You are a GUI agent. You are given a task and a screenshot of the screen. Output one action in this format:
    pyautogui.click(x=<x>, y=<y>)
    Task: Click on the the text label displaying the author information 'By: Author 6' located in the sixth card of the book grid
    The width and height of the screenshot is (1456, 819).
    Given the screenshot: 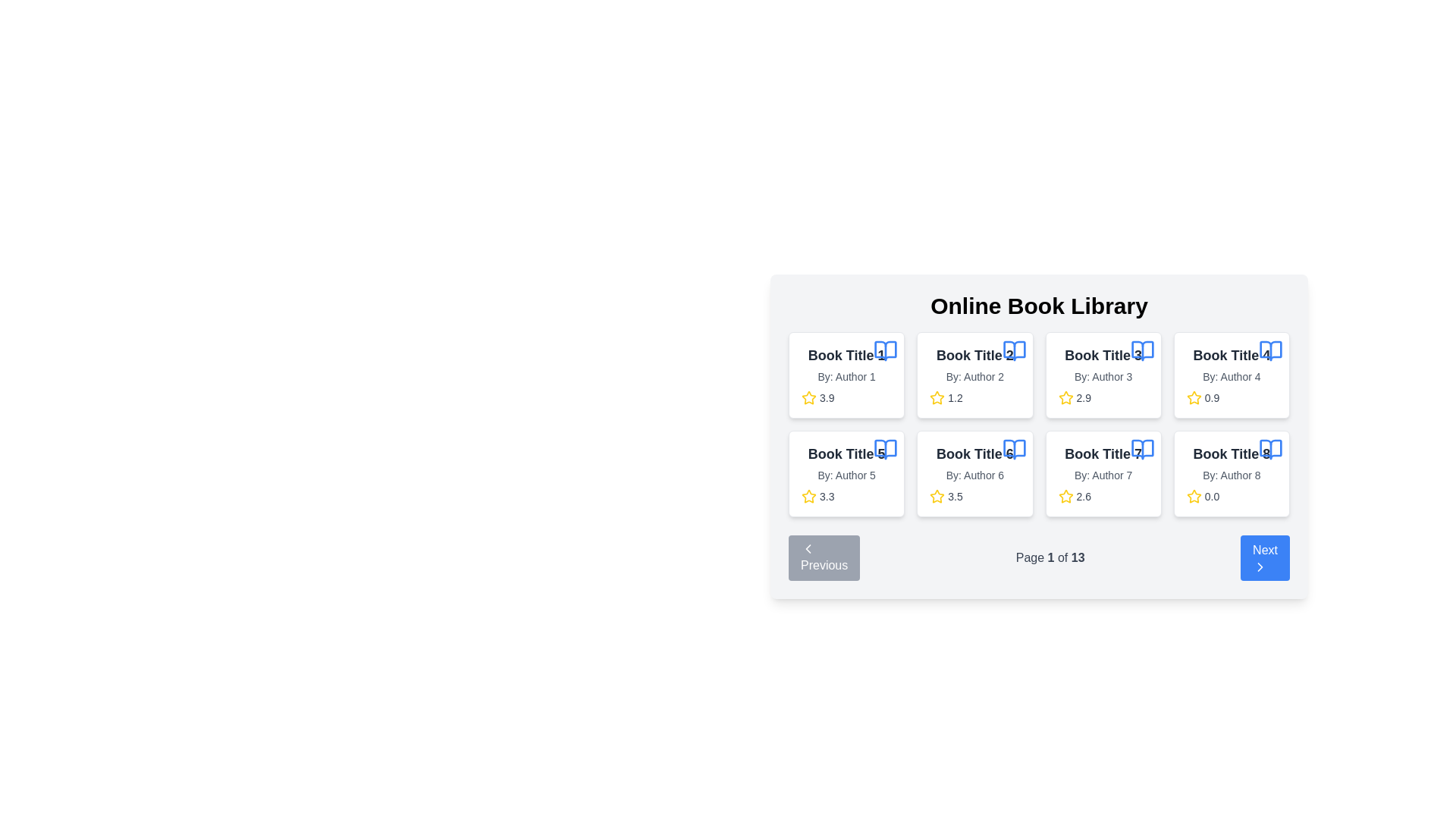 What is the action you would take?
    pyautogui.click(x=974, y=475)
    